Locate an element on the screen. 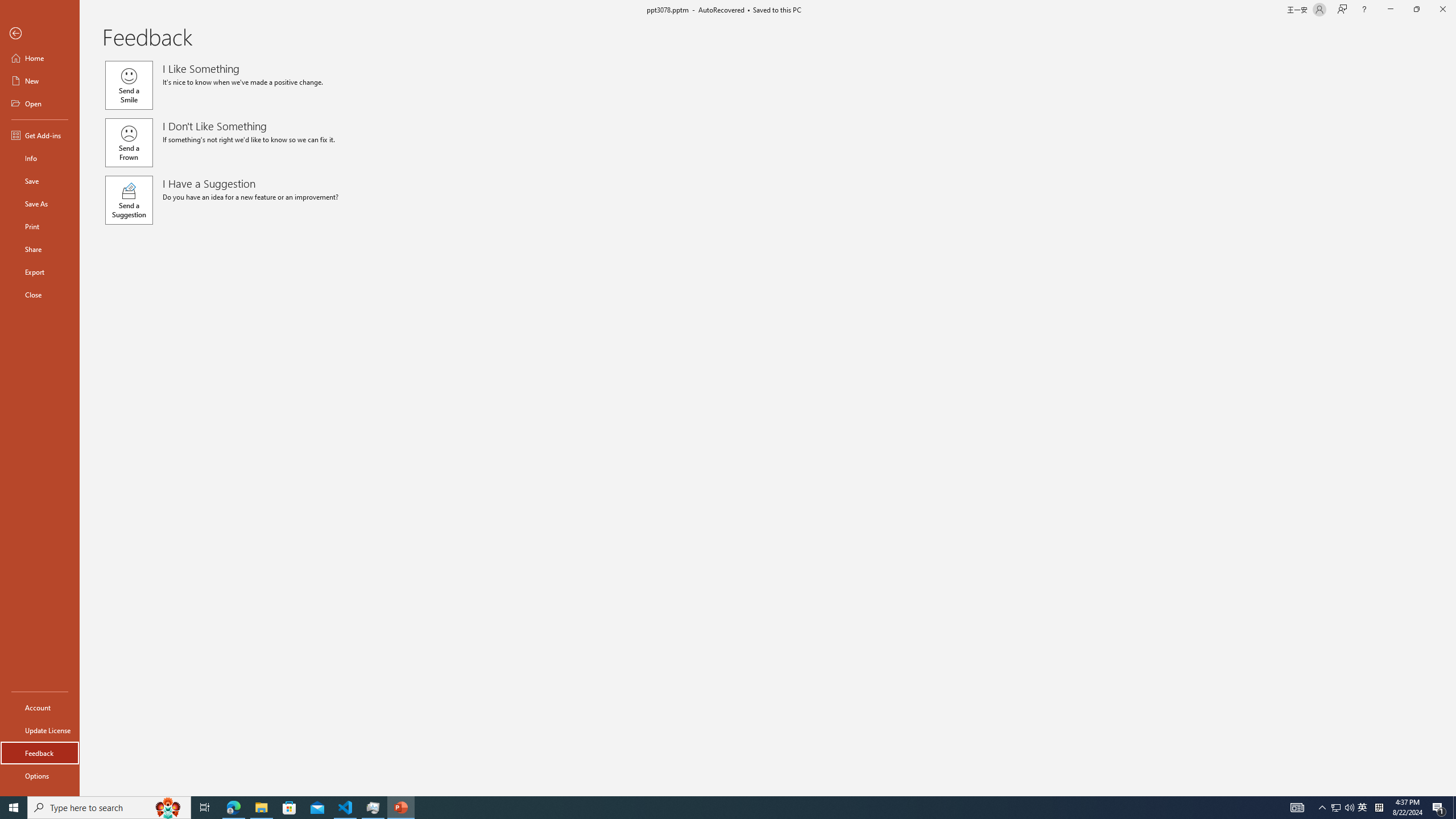  'Print' is located at coordinates (39, 226).